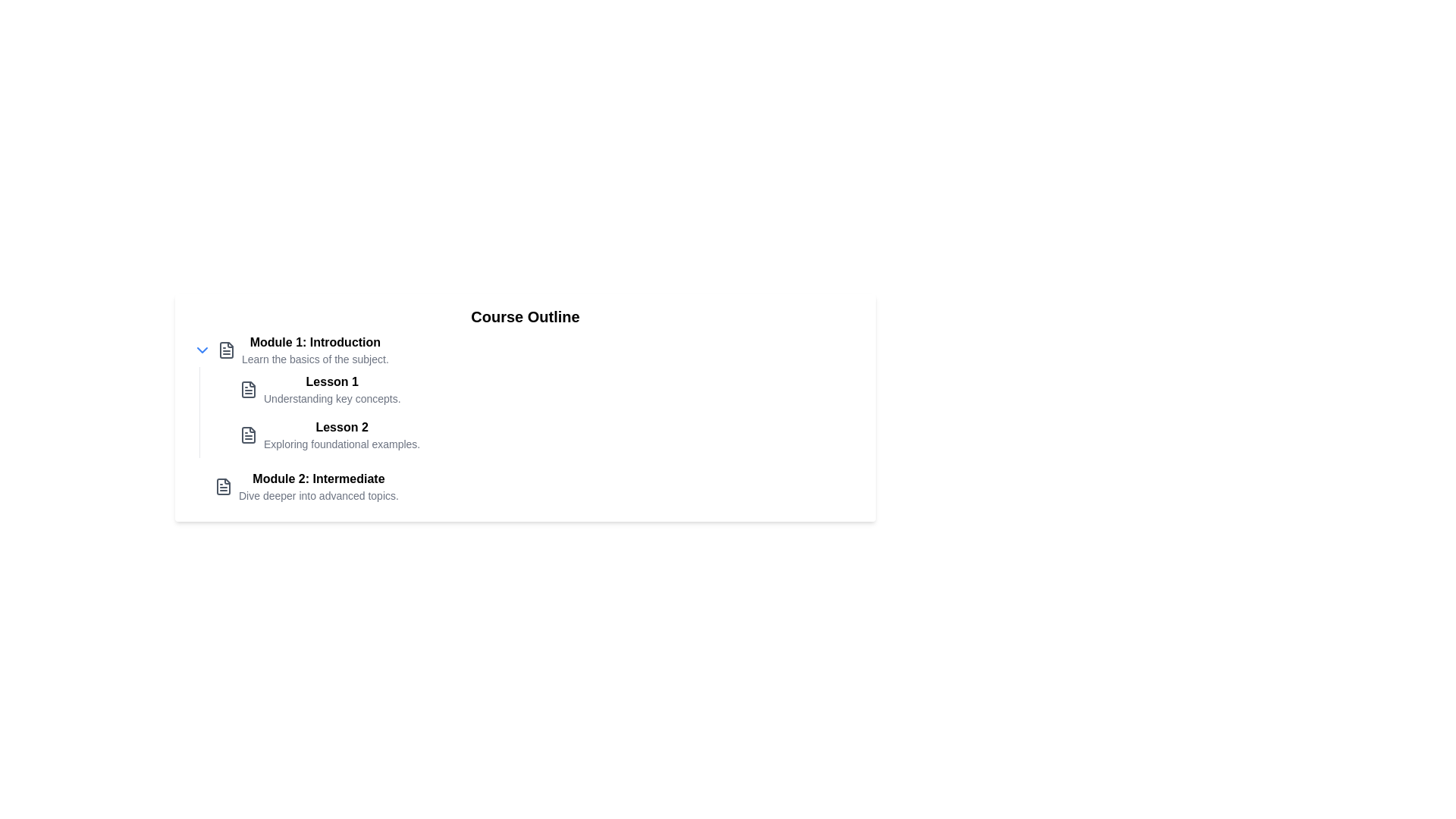 The height and width of the screenshot is (819, 1456). What do you see at coordinates (341, 427) in the screenshot?
I see `the text label indicating the title for the lesson item, which appears above 'Exploring foundational examples' and below 'Course Outline' in 'Module 1: Introduction'` at bounding box center [341, 427].